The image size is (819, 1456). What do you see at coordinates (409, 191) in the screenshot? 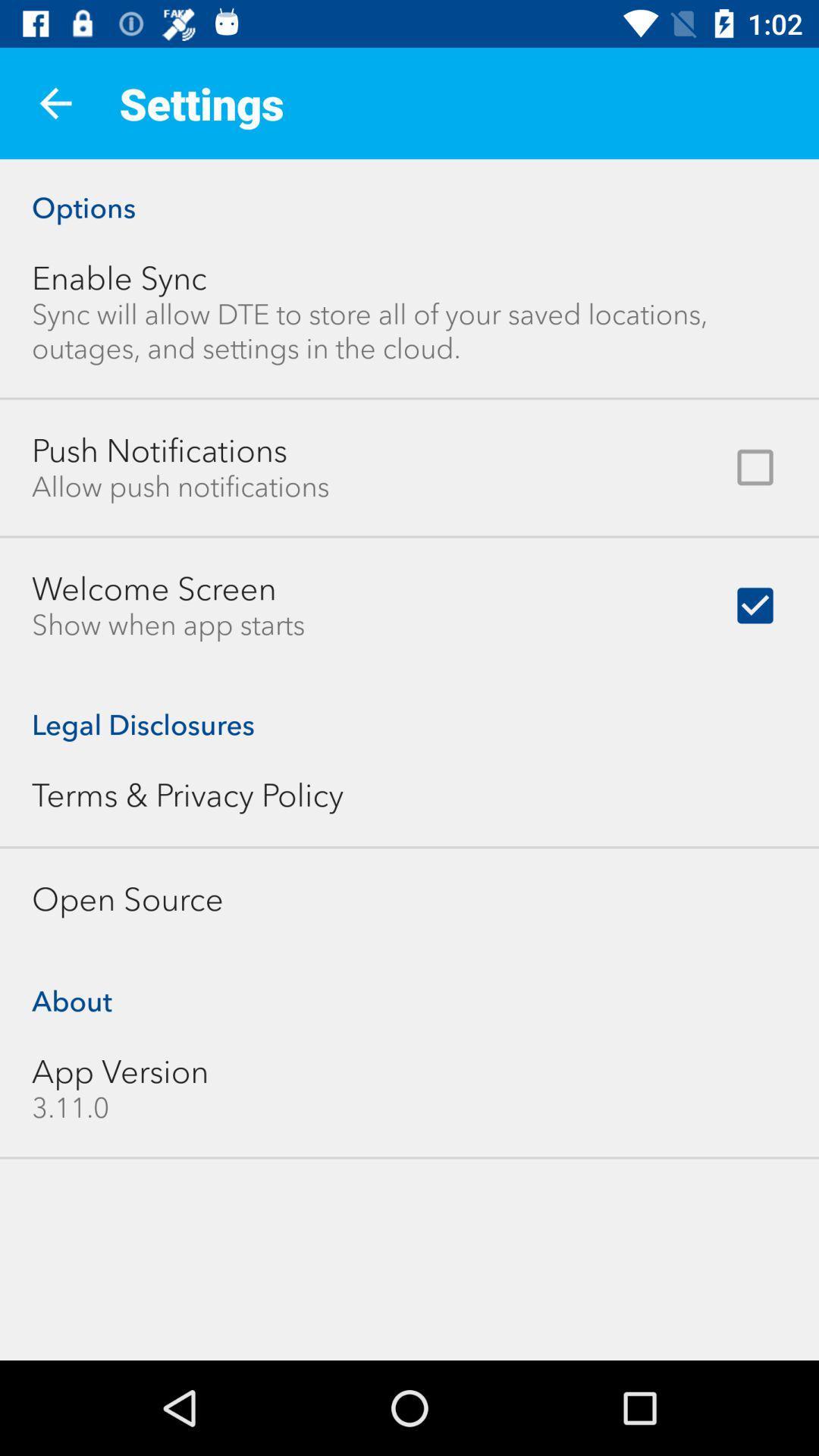
I see `icon above the enable sync icon` at bounding box center [409, 191].